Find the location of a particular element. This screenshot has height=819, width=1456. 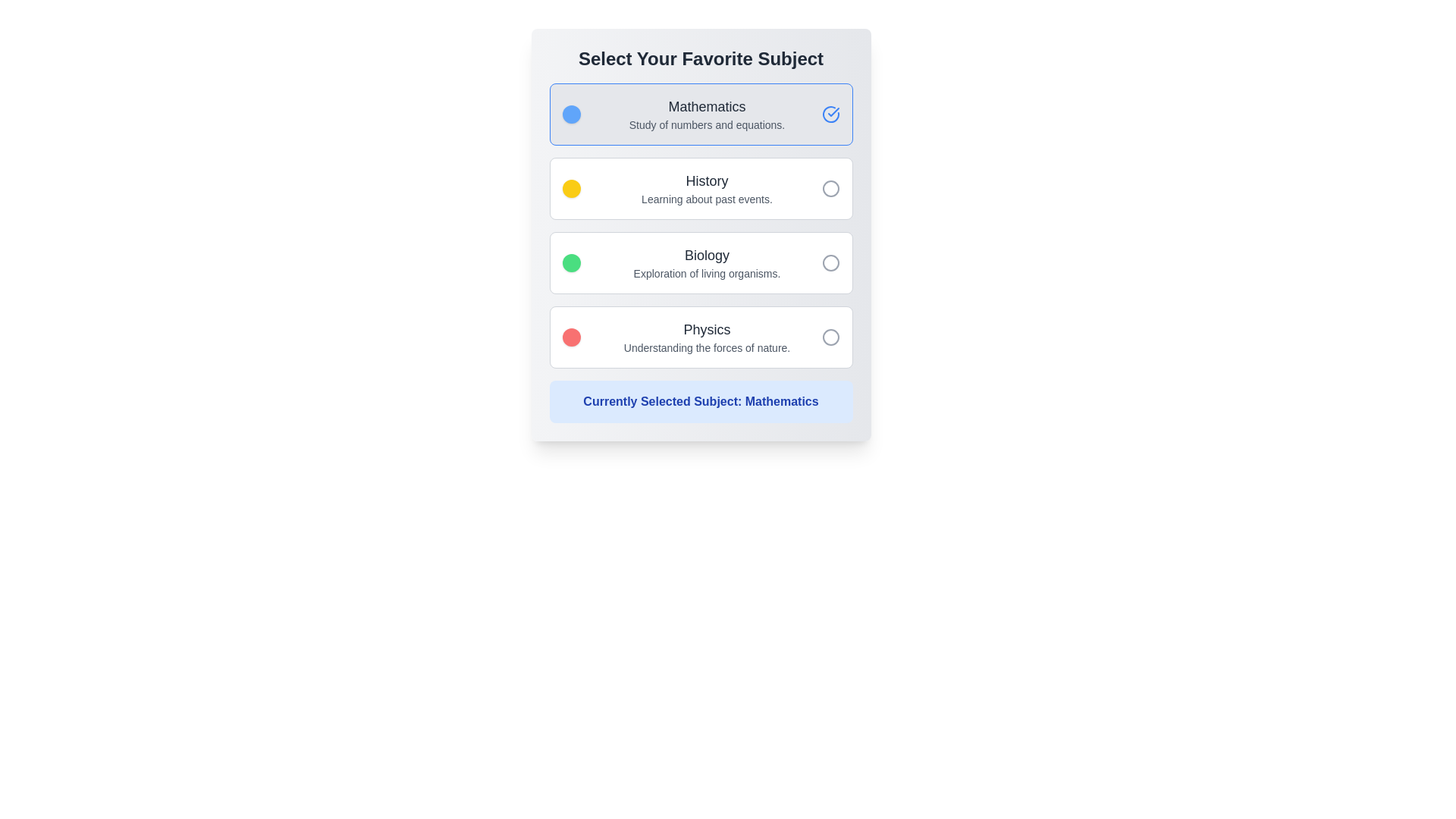

the circular check icon part of the SVG graphic indicating the selection of 'Mathematics' is located at coordinates (830, 113).